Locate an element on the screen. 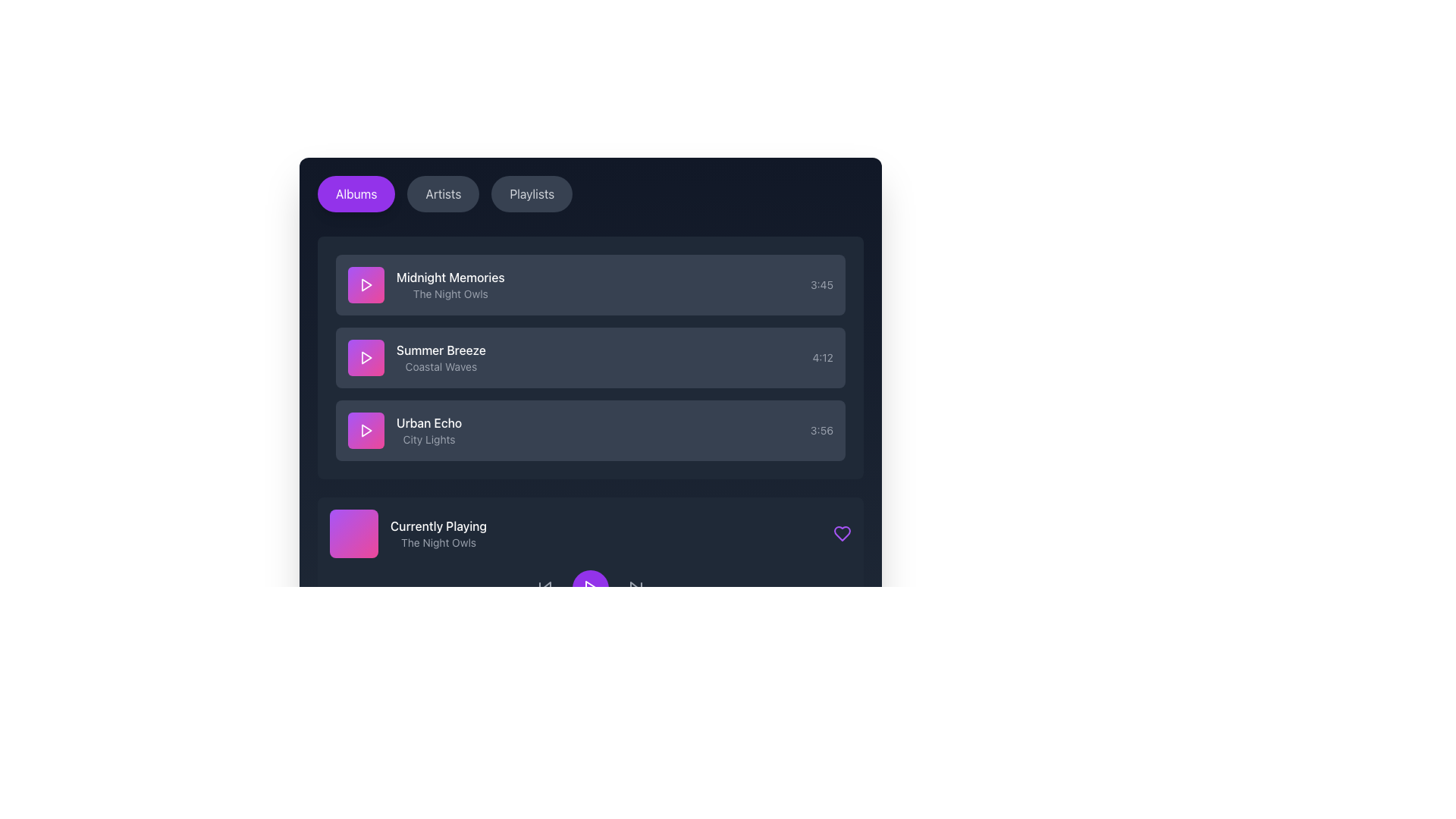 The width and height of the screenshot is (1456, 819). to select the second item in the music library or playlist interface, which displays the title and artist of a song and includes a play button is located at coordinates (416, 357).